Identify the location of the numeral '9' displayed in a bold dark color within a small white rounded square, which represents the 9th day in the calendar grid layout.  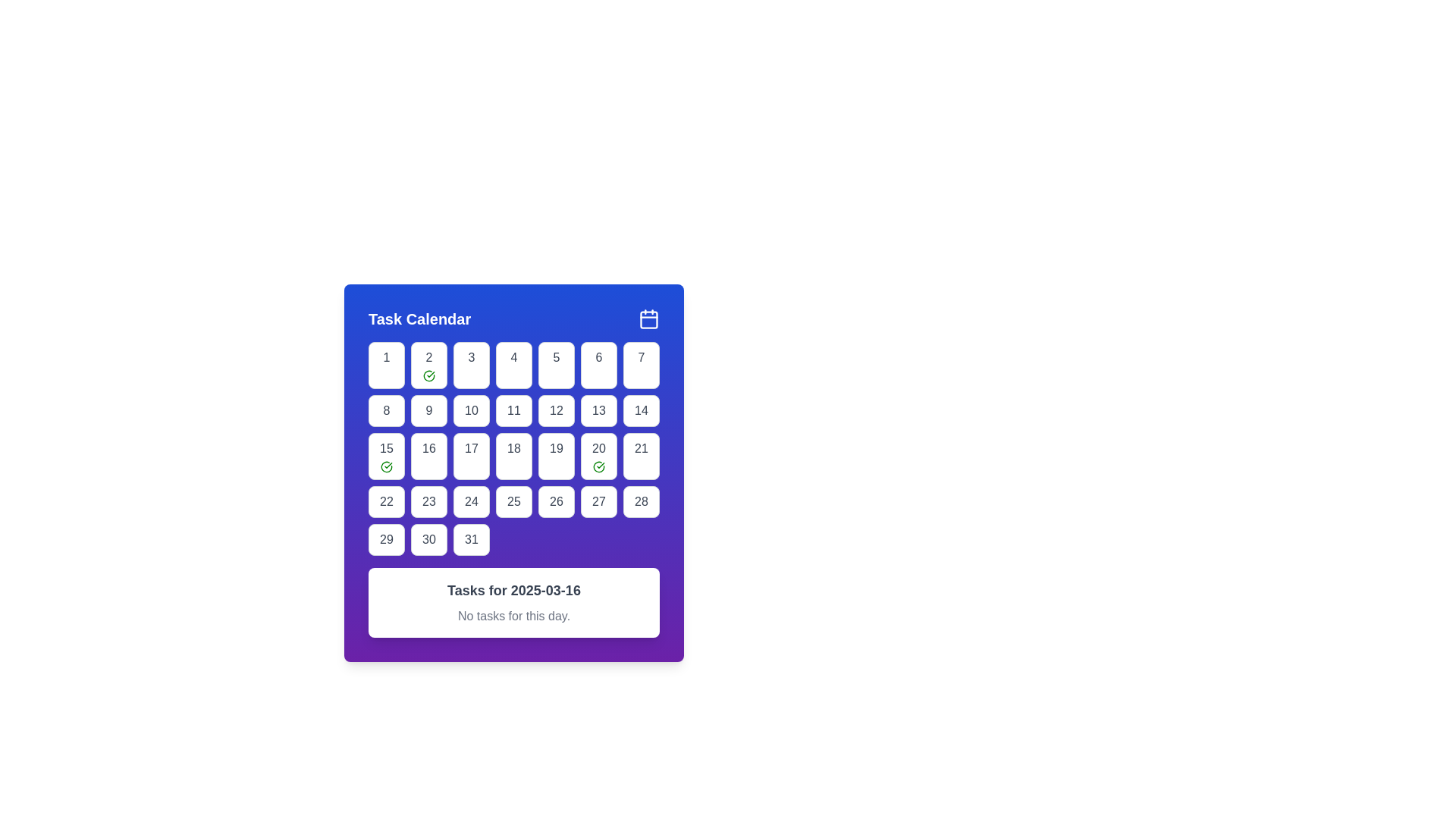
(428, 411).